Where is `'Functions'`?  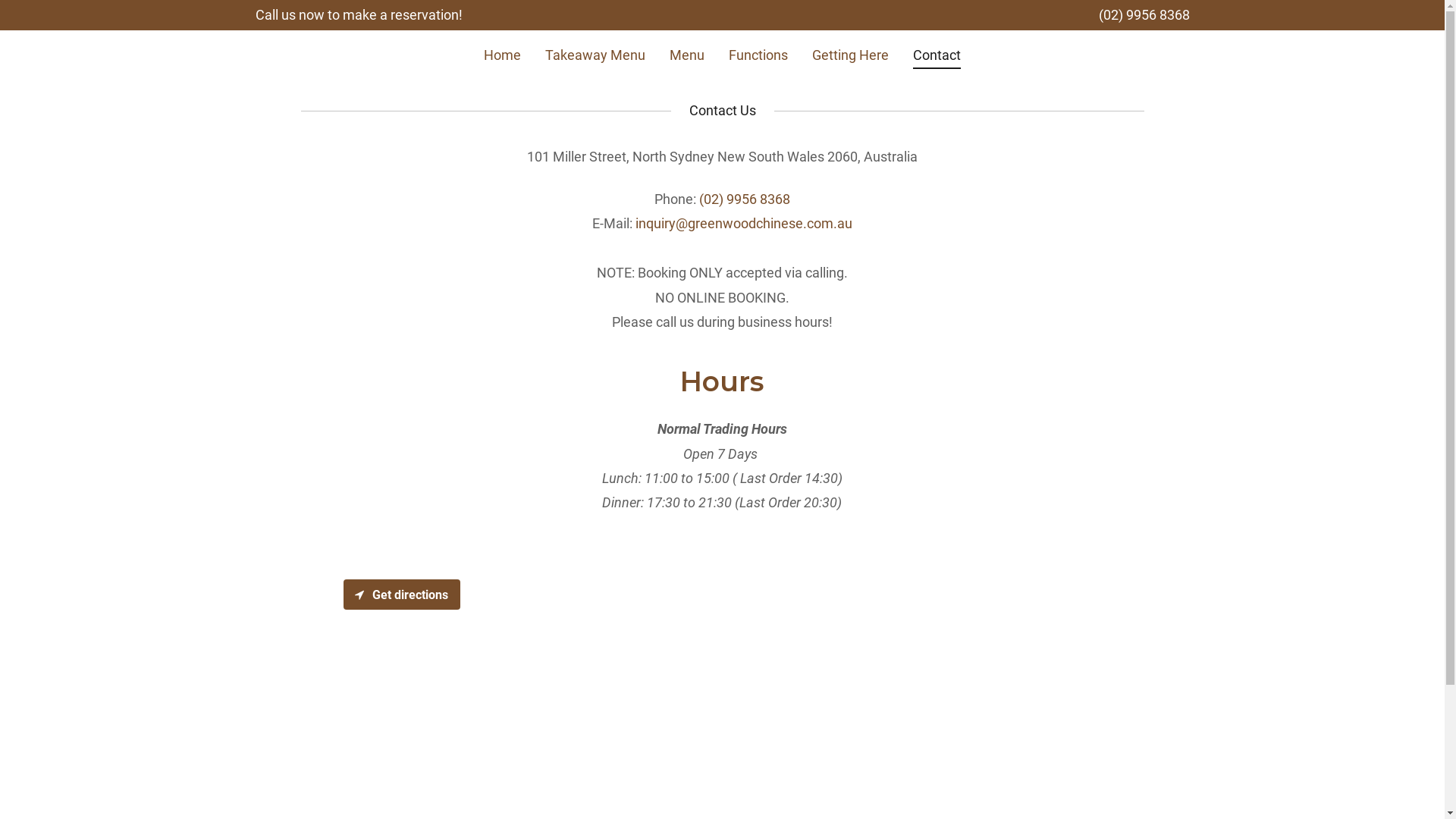 'Functions' is located at coordinates (758, 54).